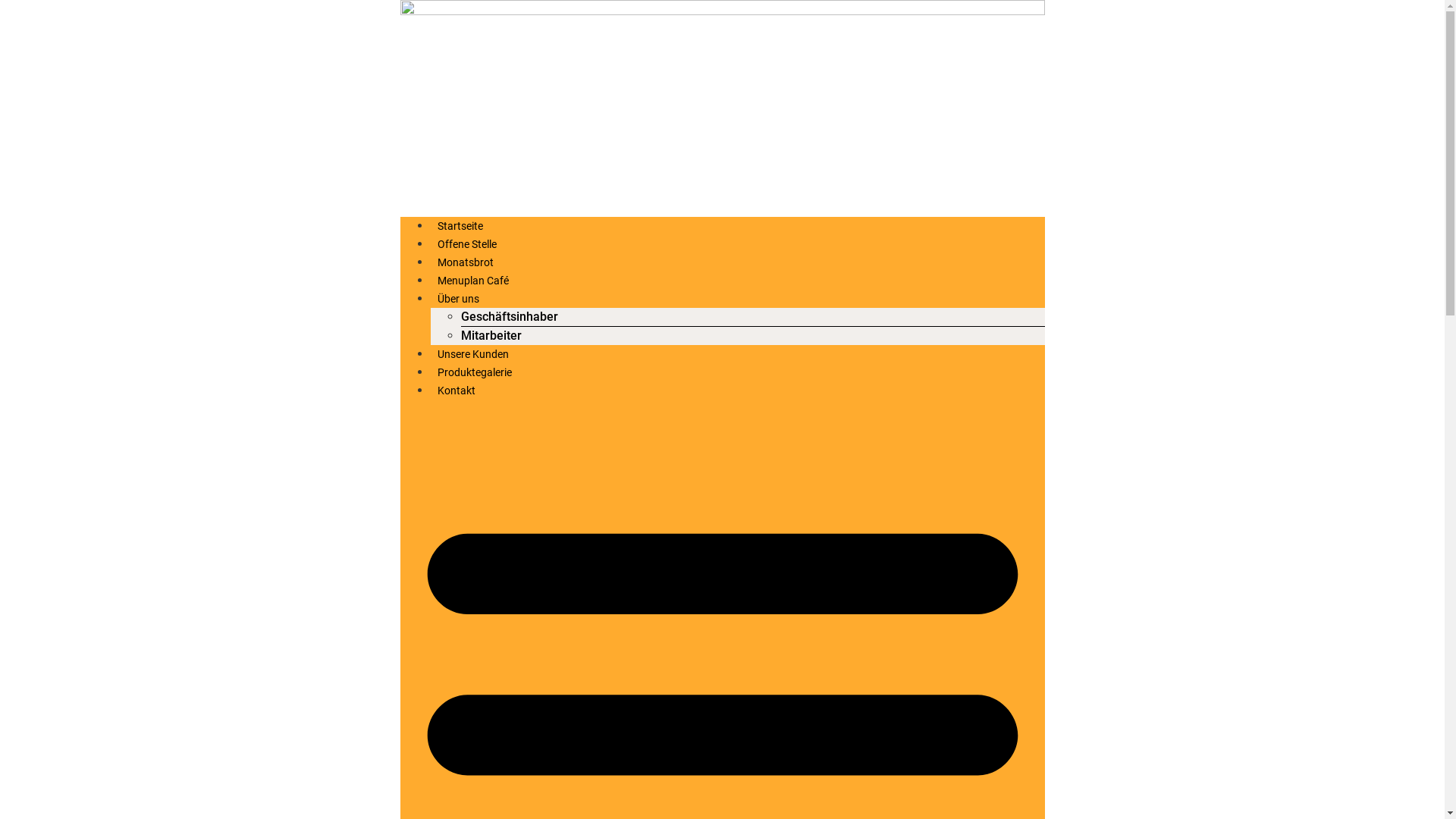 Image resolution: width=1456 pixels, height=819 pixels. Describe the element at coordinates (473, 372) in the screenshot. I see `'Produktegalerie'` at that location.